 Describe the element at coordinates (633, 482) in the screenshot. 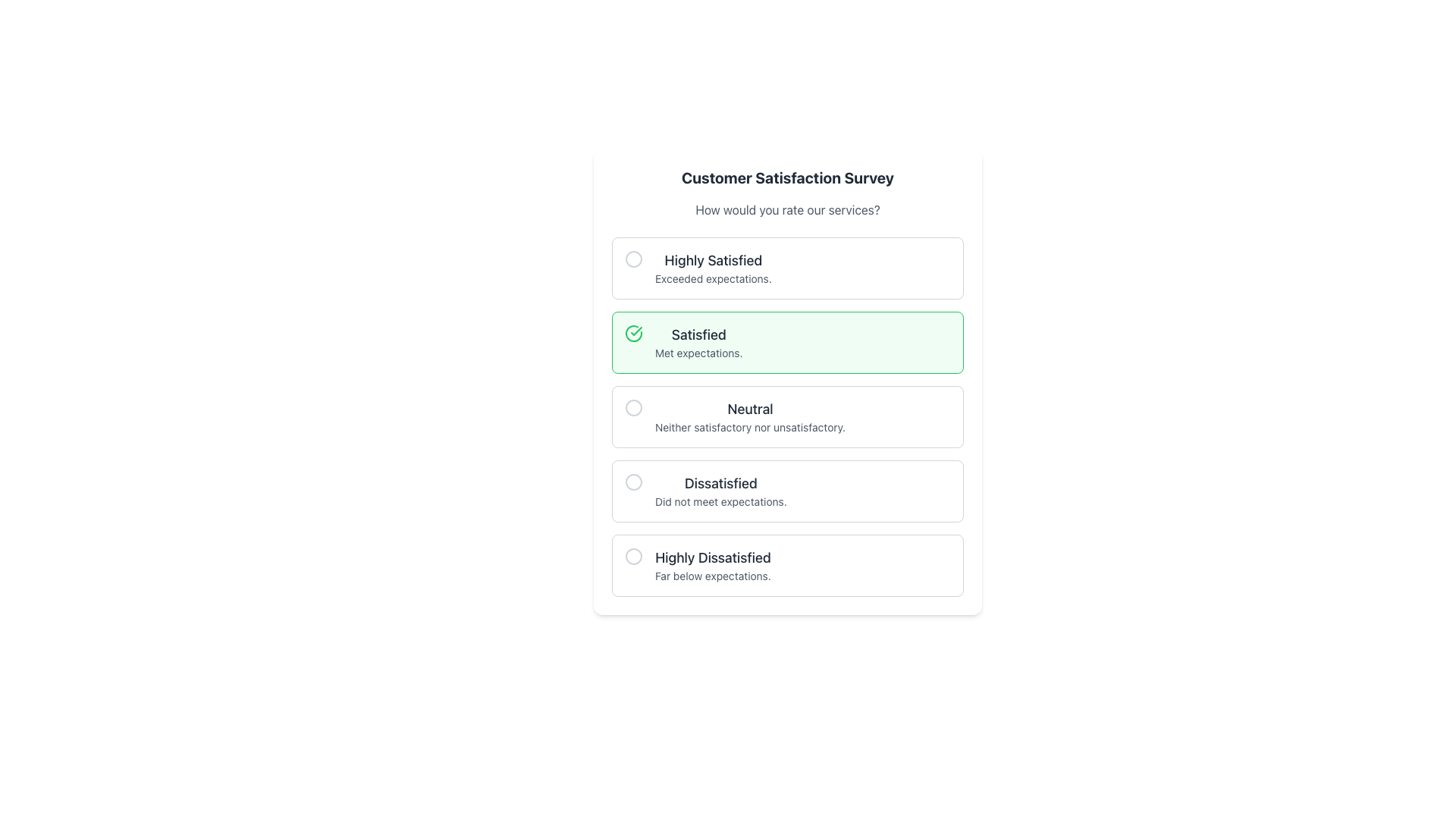

I see `the 'Dissatisfied' rating icon` at that location.